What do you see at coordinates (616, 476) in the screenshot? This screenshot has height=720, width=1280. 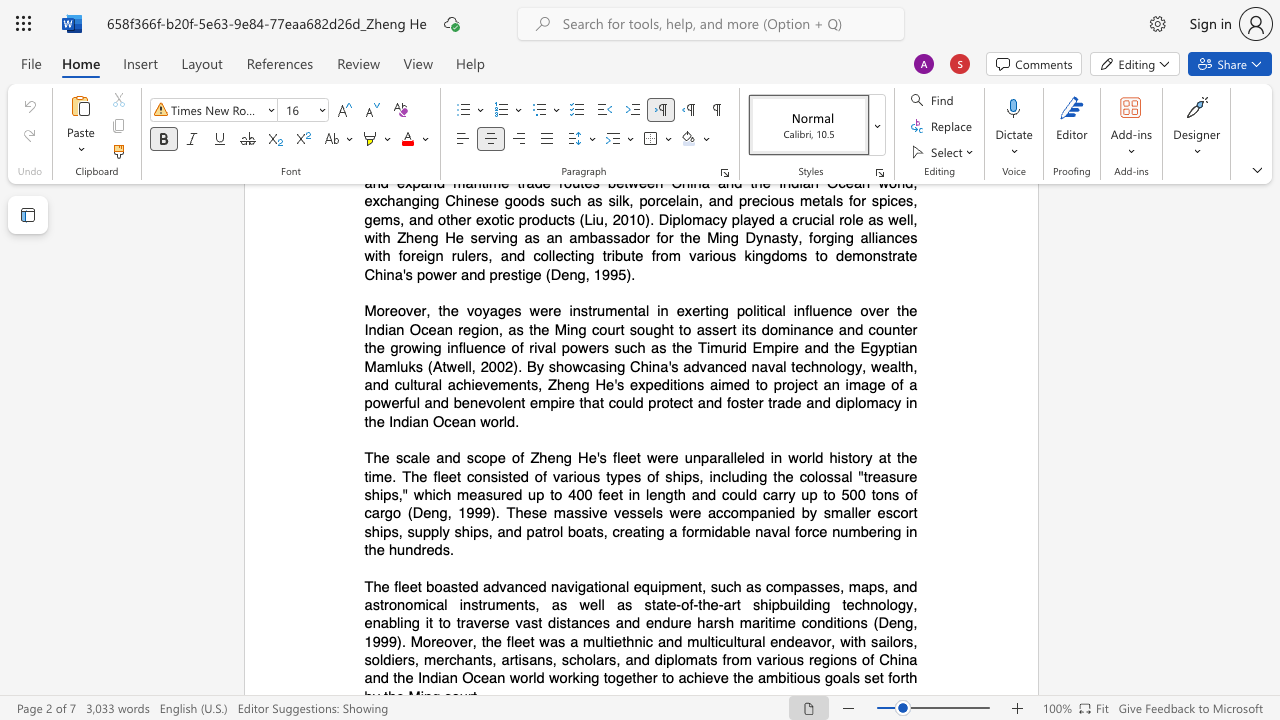 I see `the subset text "pe" within the text "various types"` at bounding box center [616, 476].